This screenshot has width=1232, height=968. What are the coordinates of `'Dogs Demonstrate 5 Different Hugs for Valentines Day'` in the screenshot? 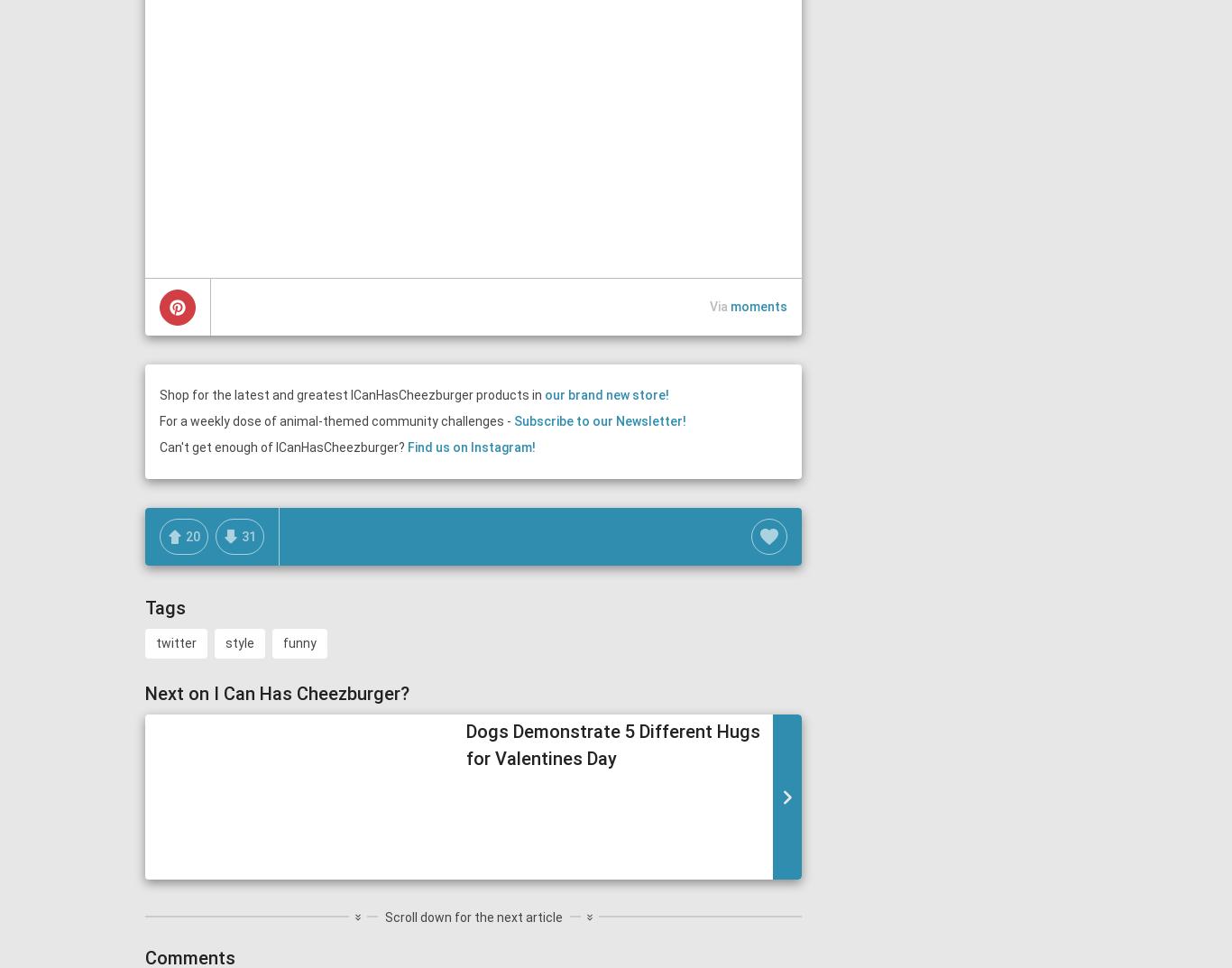 It's located at (611, 744).